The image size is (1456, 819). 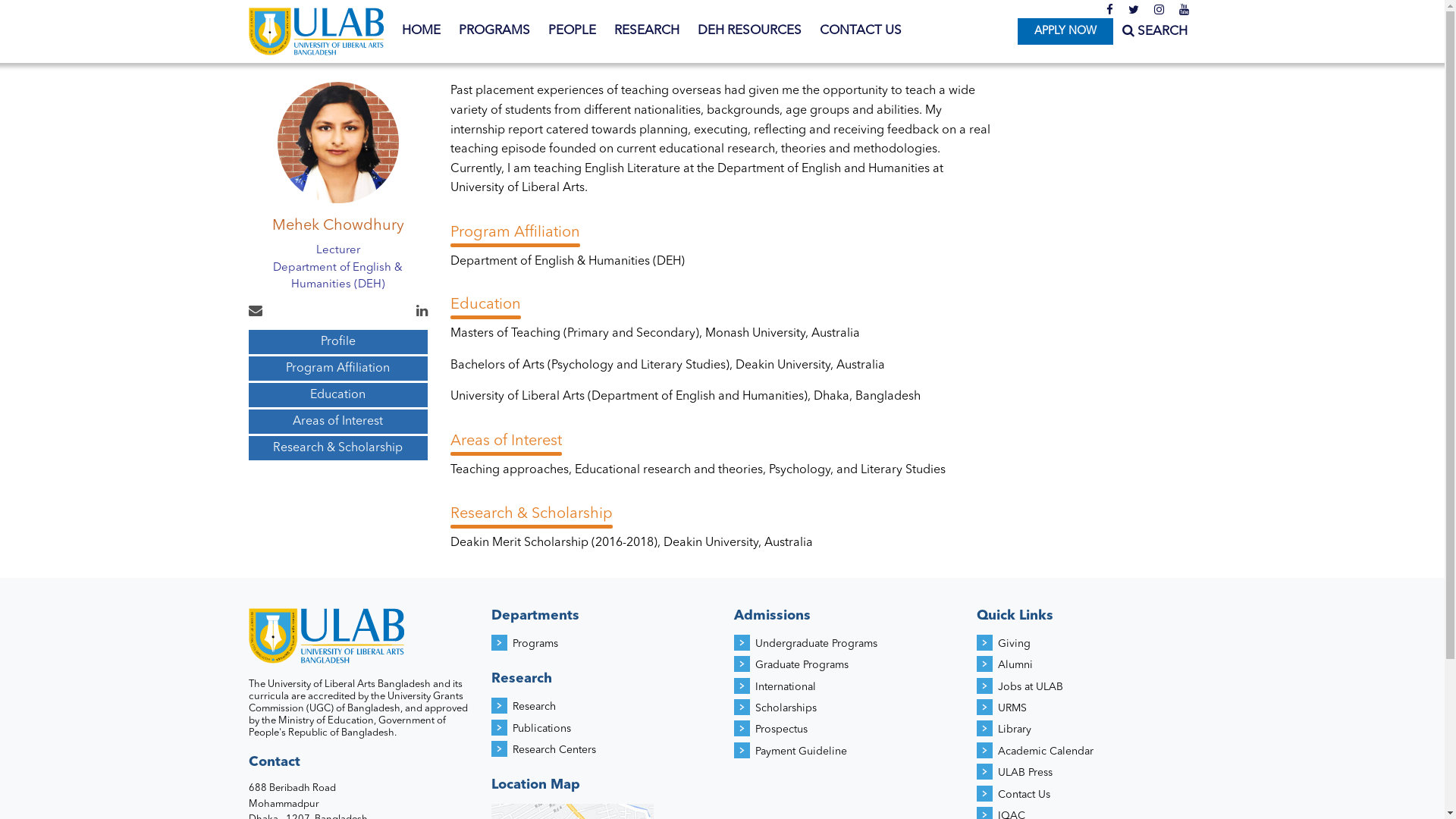 What do you see at coordinates (1015, 664) in the screenshot?
I see `'Alumni'` at bounding box center [1015, 664].